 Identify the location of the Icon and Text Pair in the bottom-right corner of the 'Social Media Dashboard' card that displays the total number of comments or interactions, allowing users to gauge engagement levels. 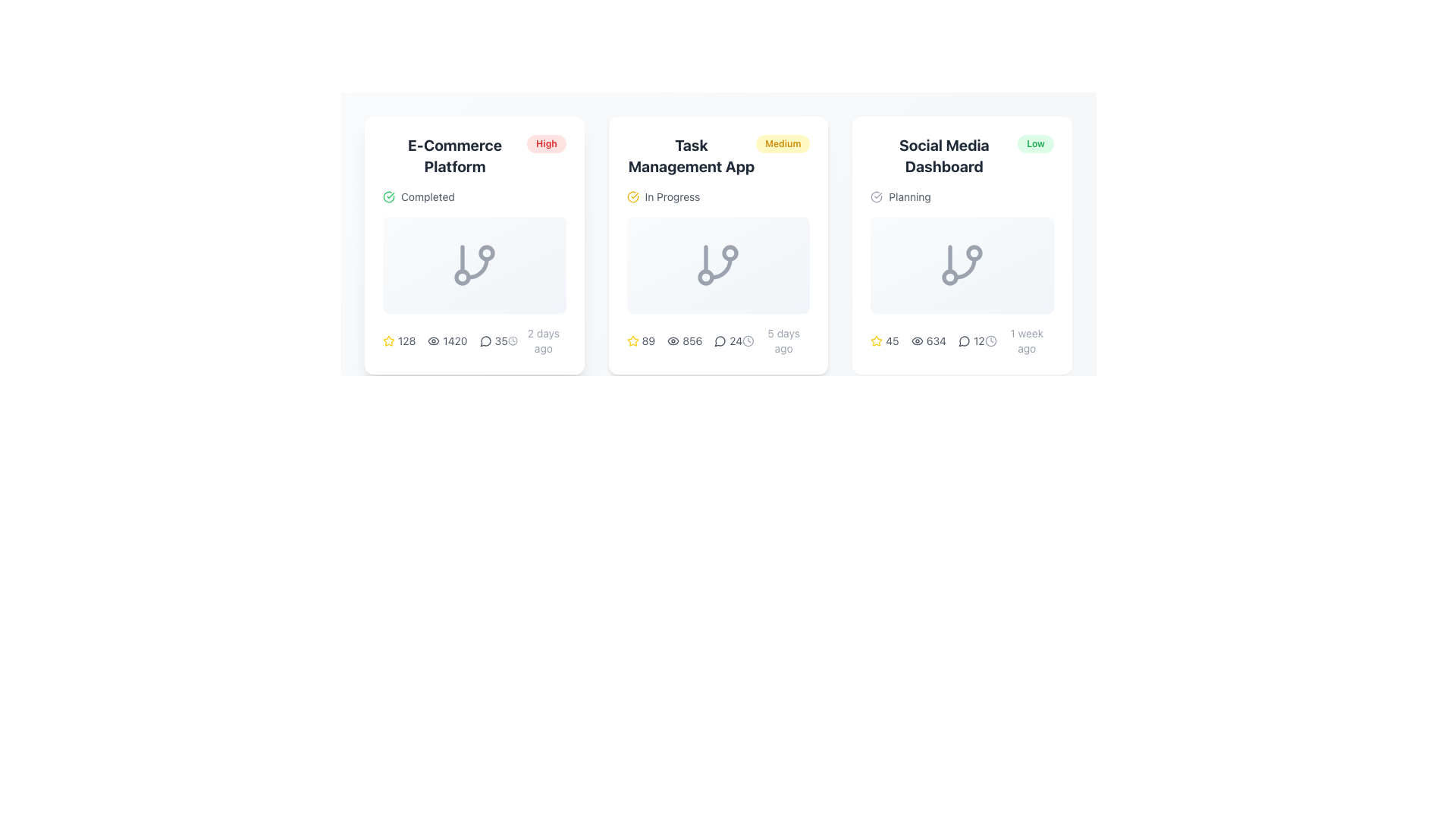
(971, 341).